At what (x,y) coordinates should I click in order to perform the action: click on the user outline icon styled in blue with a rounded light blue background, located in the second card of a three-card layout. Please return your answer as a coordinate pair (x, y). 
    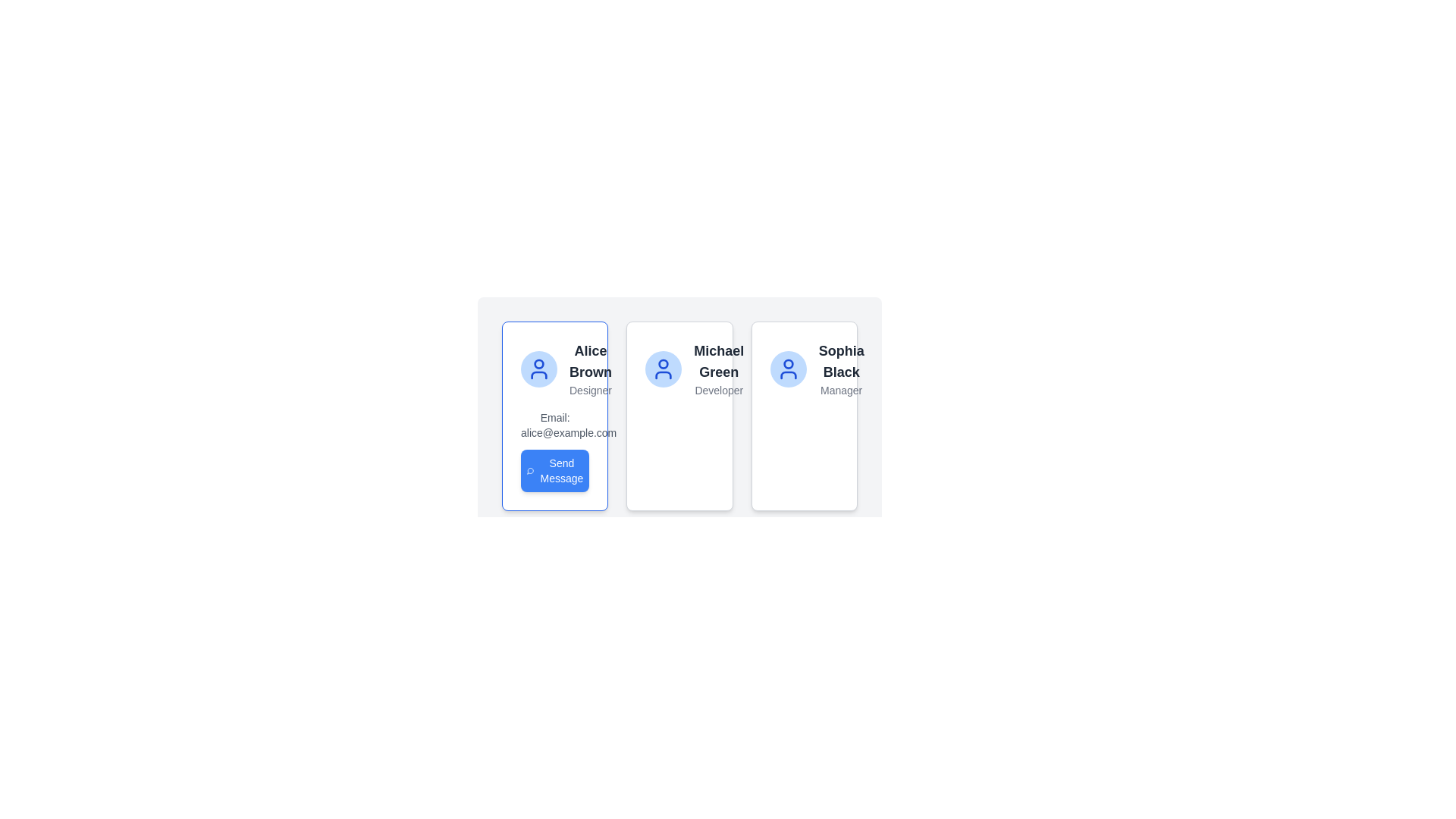
    Looking at the image, I should click on (664, 369).